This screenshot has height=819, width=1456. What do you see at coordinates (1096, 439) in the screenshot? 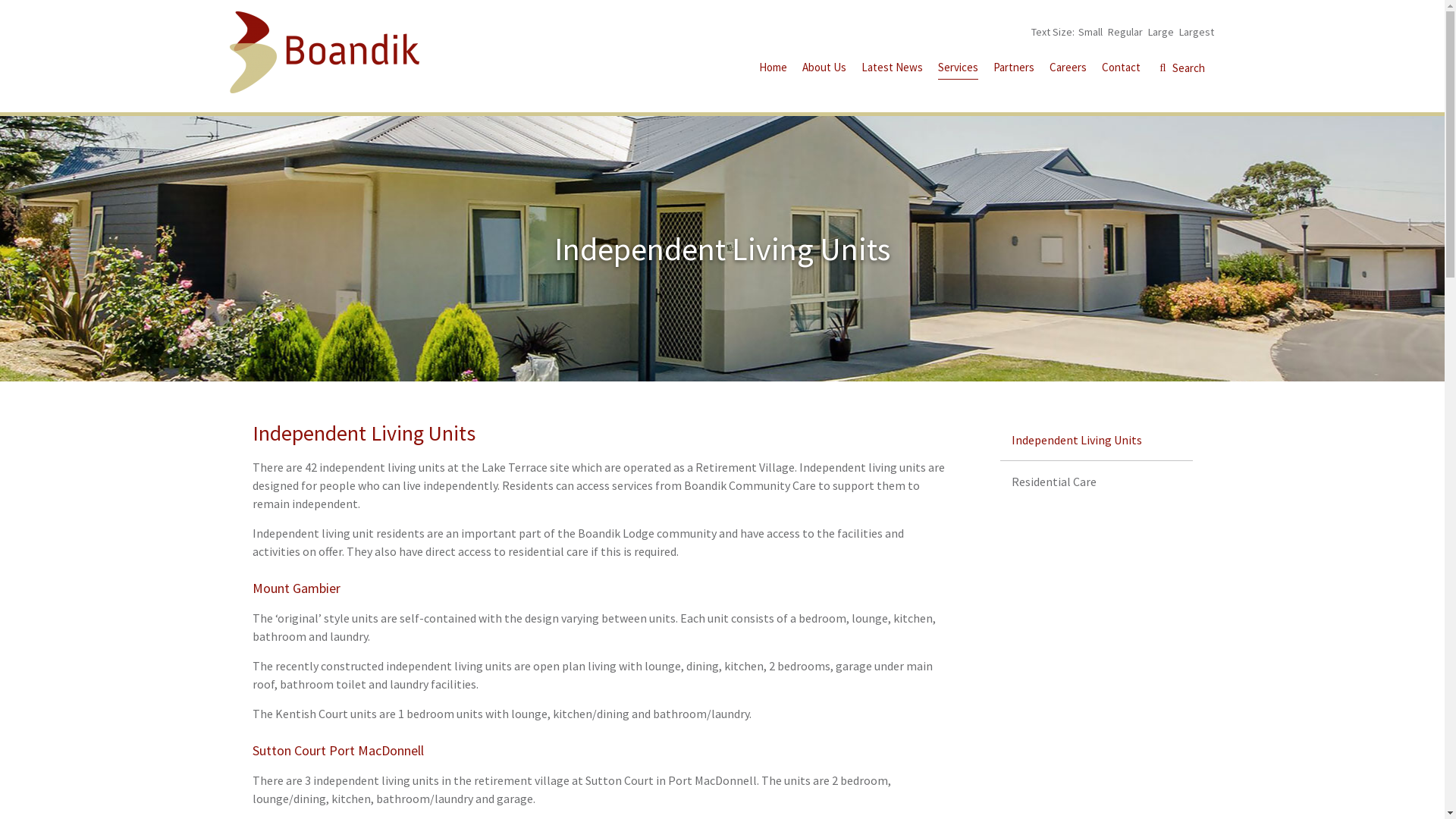
I see `'Independent Living Units'` at bounding box center [1096, 439].